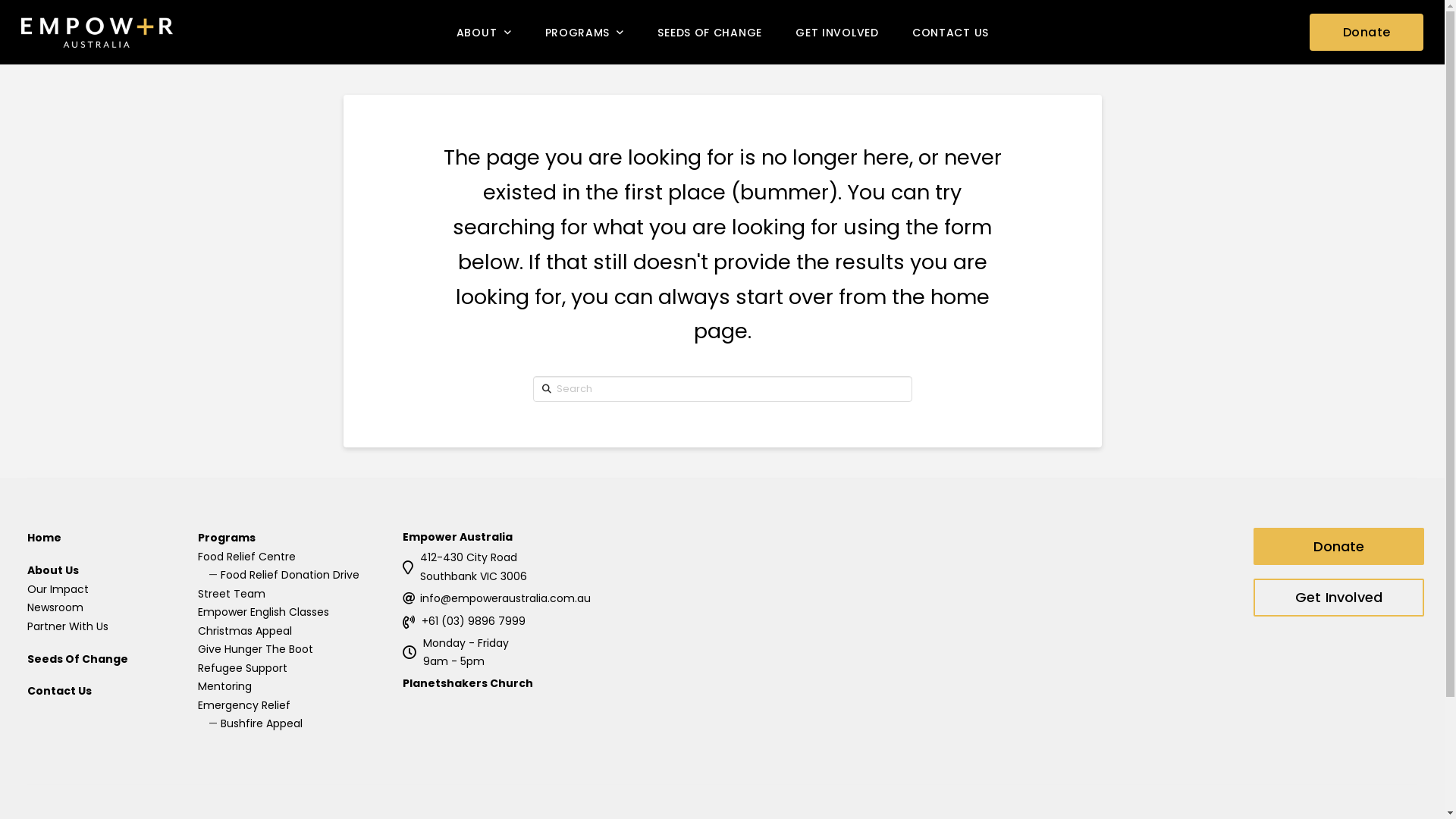 The width and height of the screenshot is (1456, 819). Describe the element at coordinates (1366, 32) in the screenshot. I see `'Donate'` at that location.